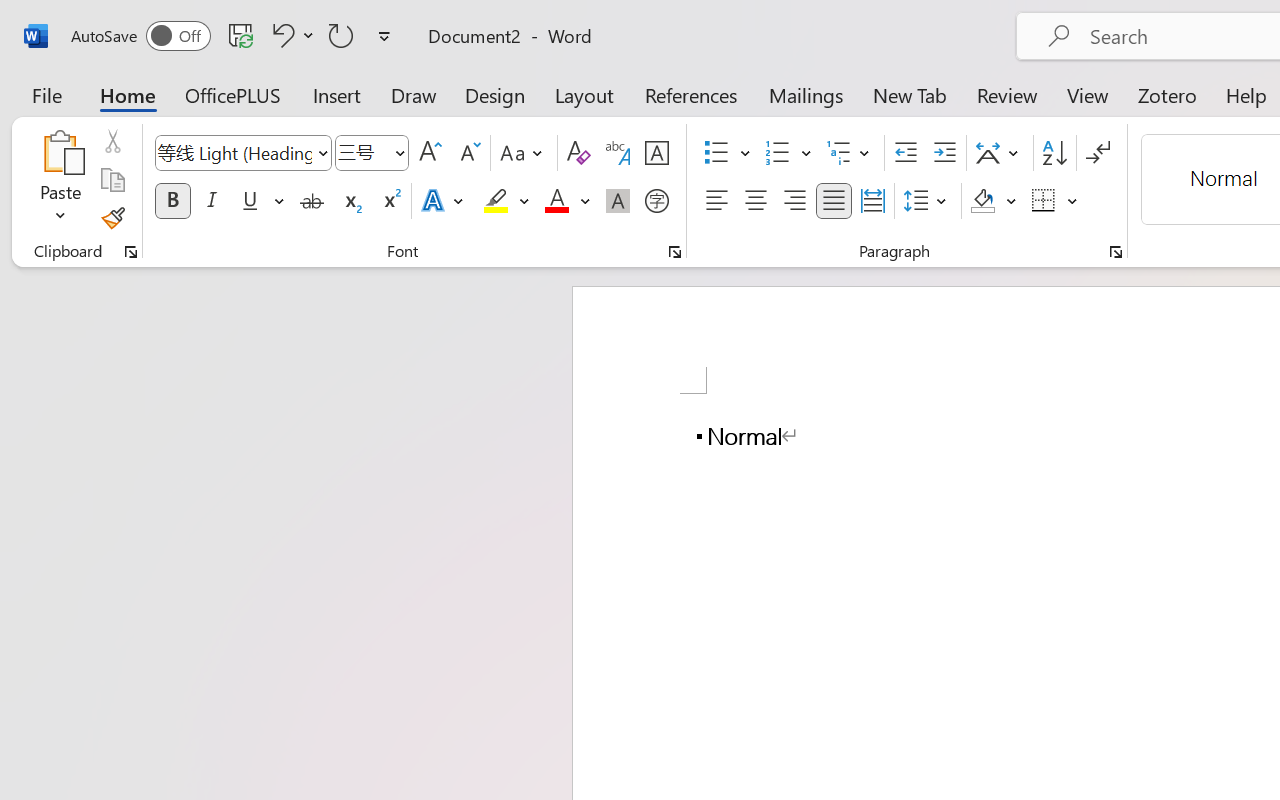 Image resolution: width=1280 pixels, height=800 pixels. I want to click on 'Grow Font', so click(429, 153).